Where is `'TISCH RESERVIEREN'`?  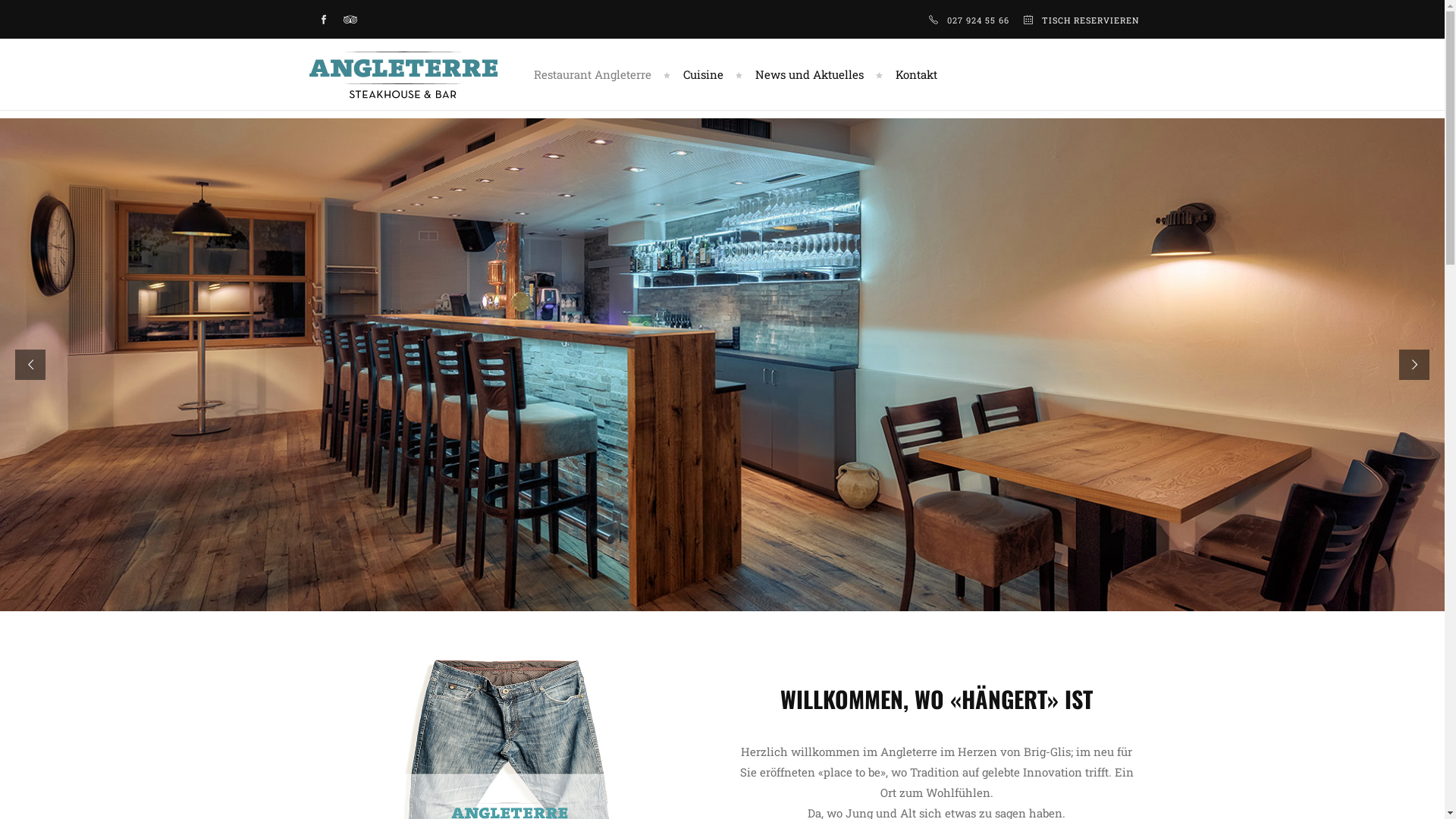
'TISCH RESERVIEREN' is located at coordinates (1040, 20).